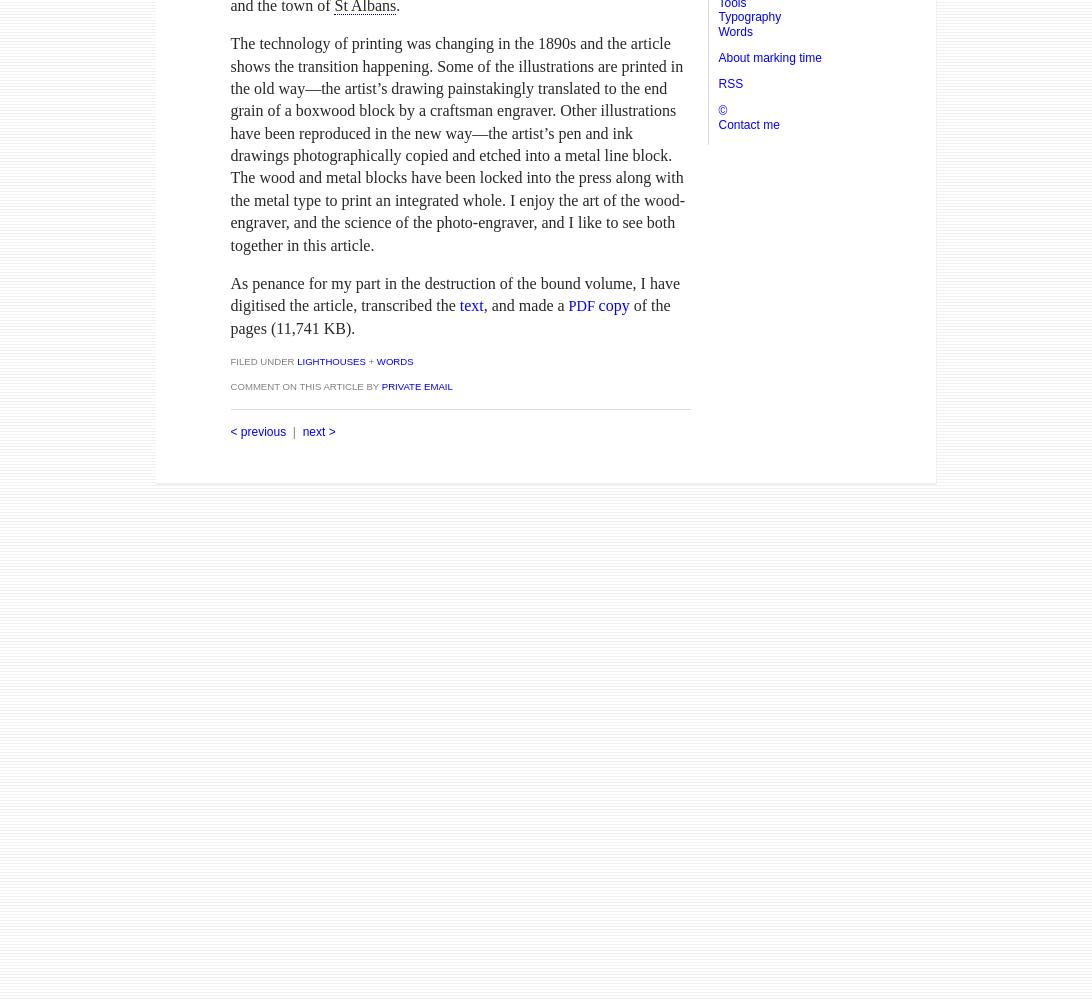 Image resolution: width=1092 pixels, height=1000 pixels. What do you see at coordinates (258, 431) in the screenshot?
I see `'< previous'` at bounding box center [258, 431].